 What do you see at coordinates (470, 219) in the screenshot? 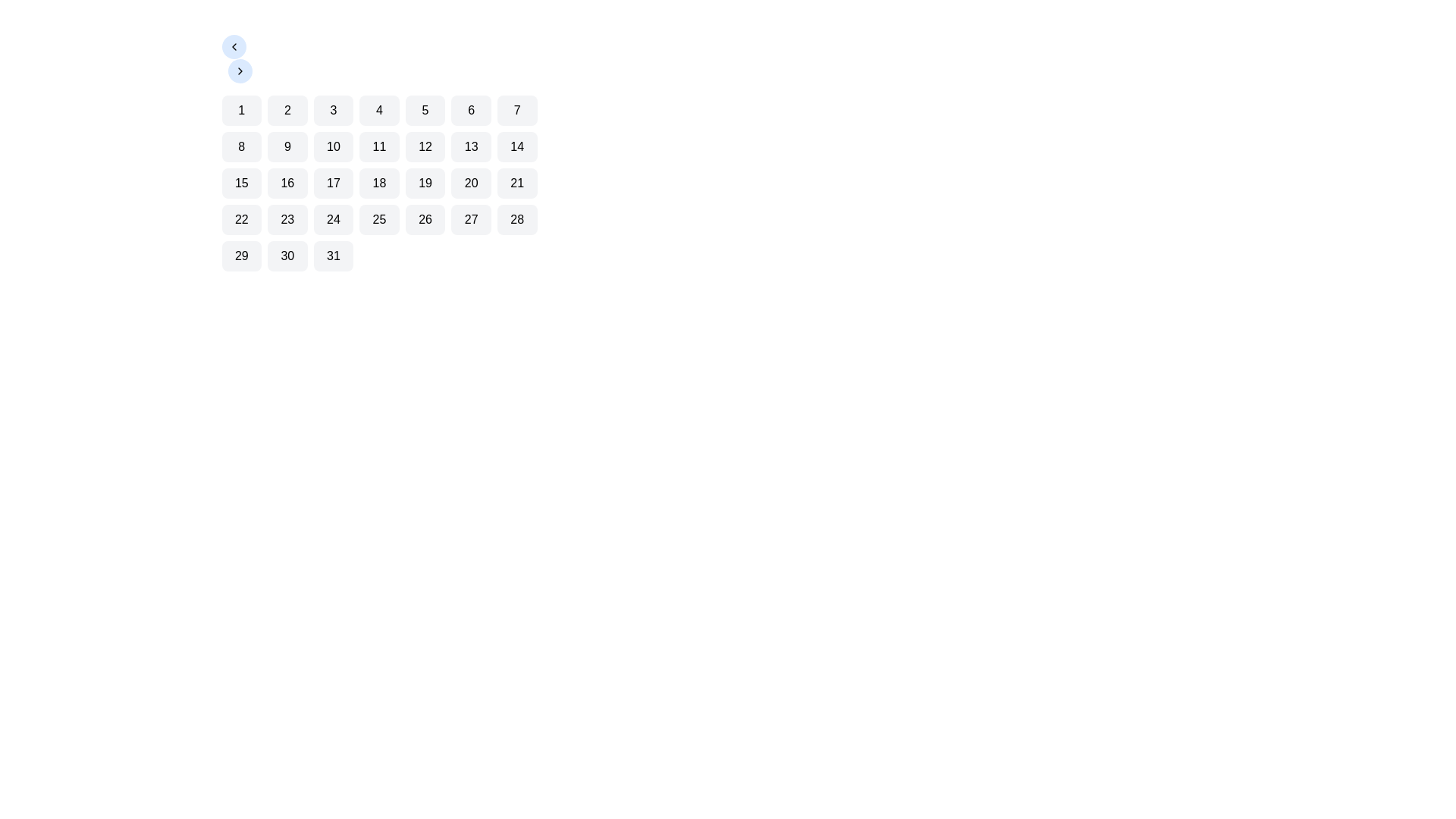
I see `the button representing the number 27 in the calendar grid located in the fourth row and sixth column` at bounding box center [470, 219].